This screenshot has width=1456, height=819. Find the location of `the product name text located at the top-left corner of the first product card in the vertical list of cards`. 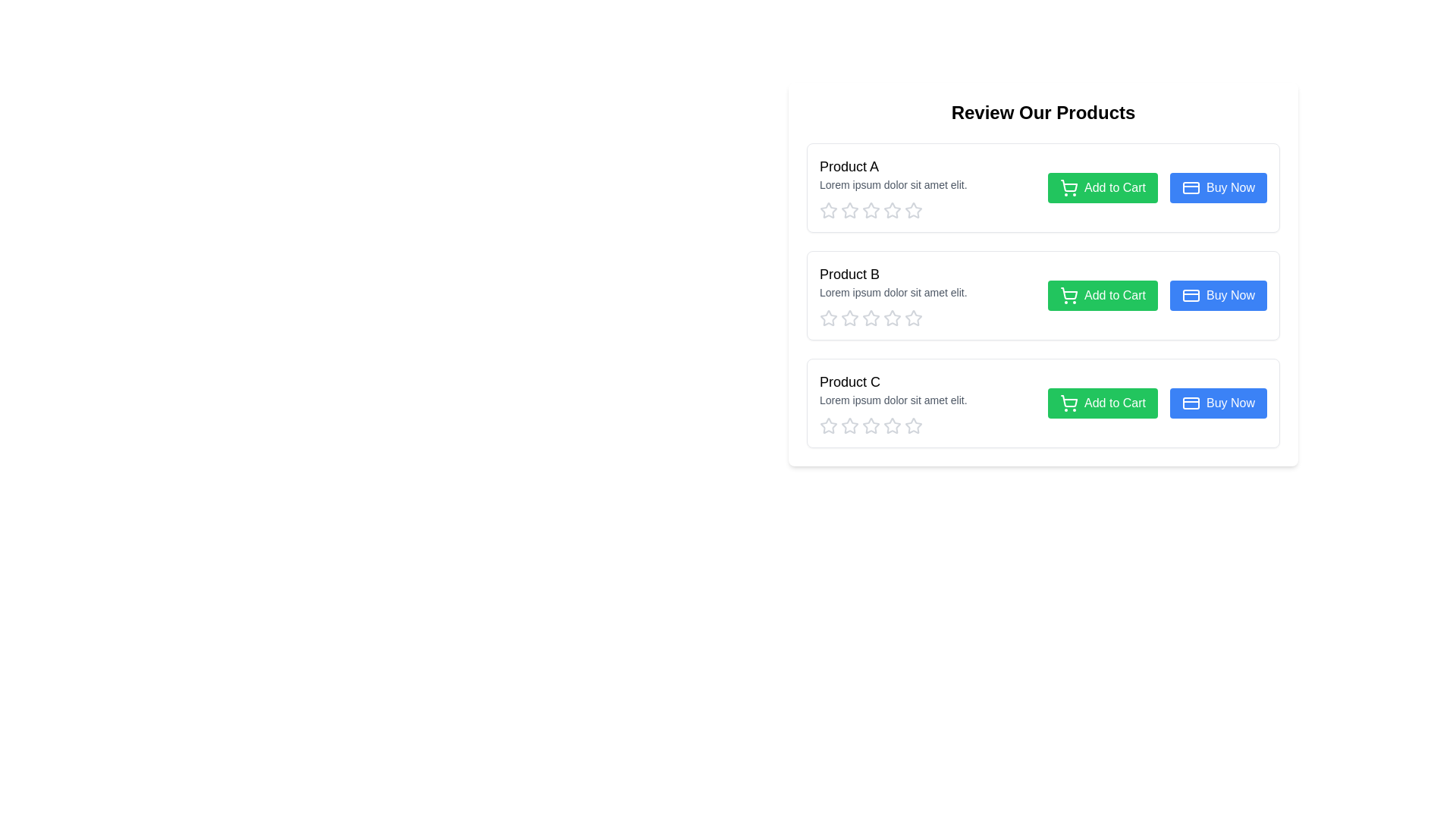

the product name text located at the top-left corner of the first product card in the vertical list of cards is located at coordinates (848, 166).